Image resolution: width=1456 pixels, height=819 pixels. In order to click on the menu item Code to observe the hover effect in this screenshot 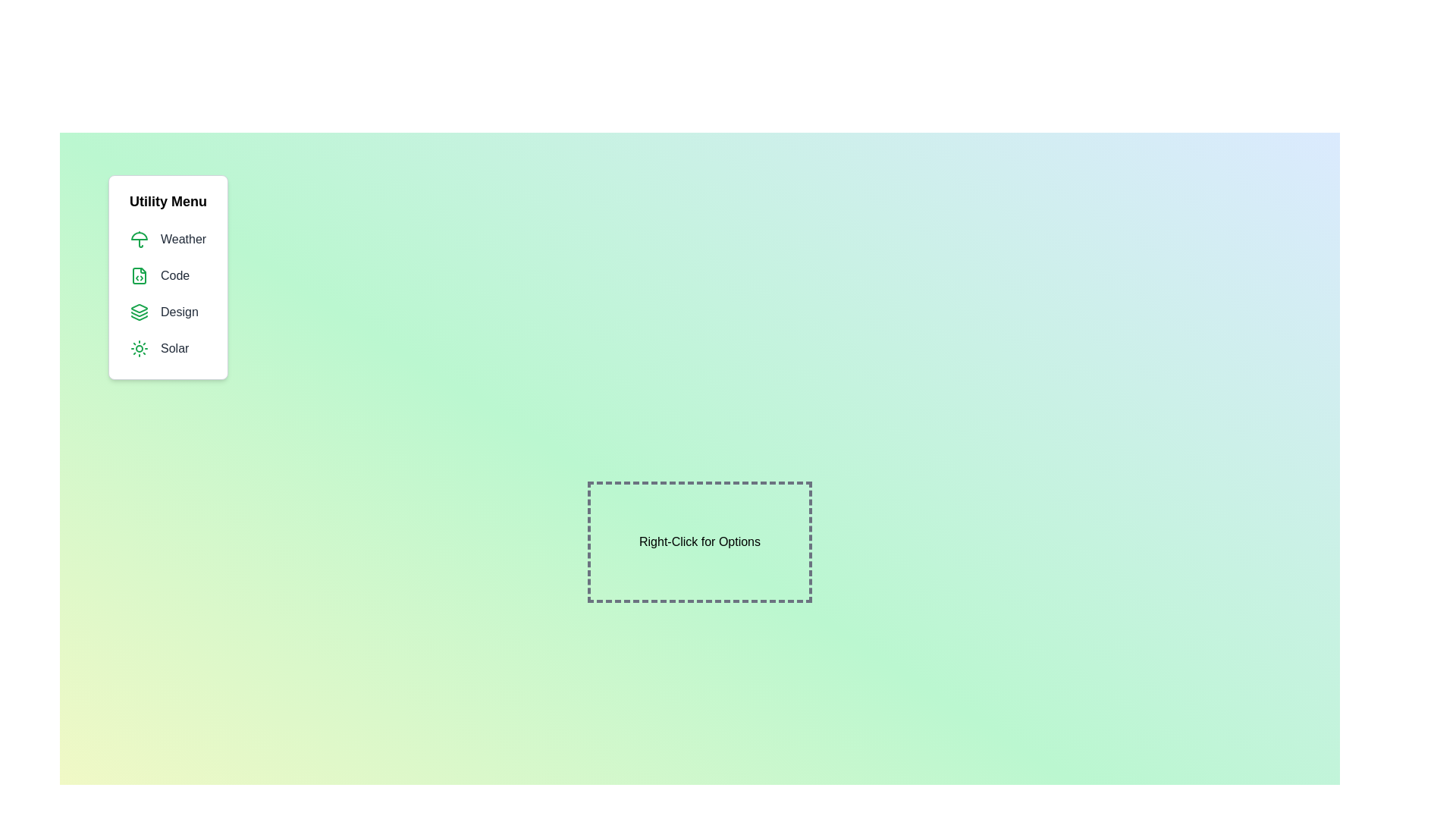, I will do `click(168, 275)`.